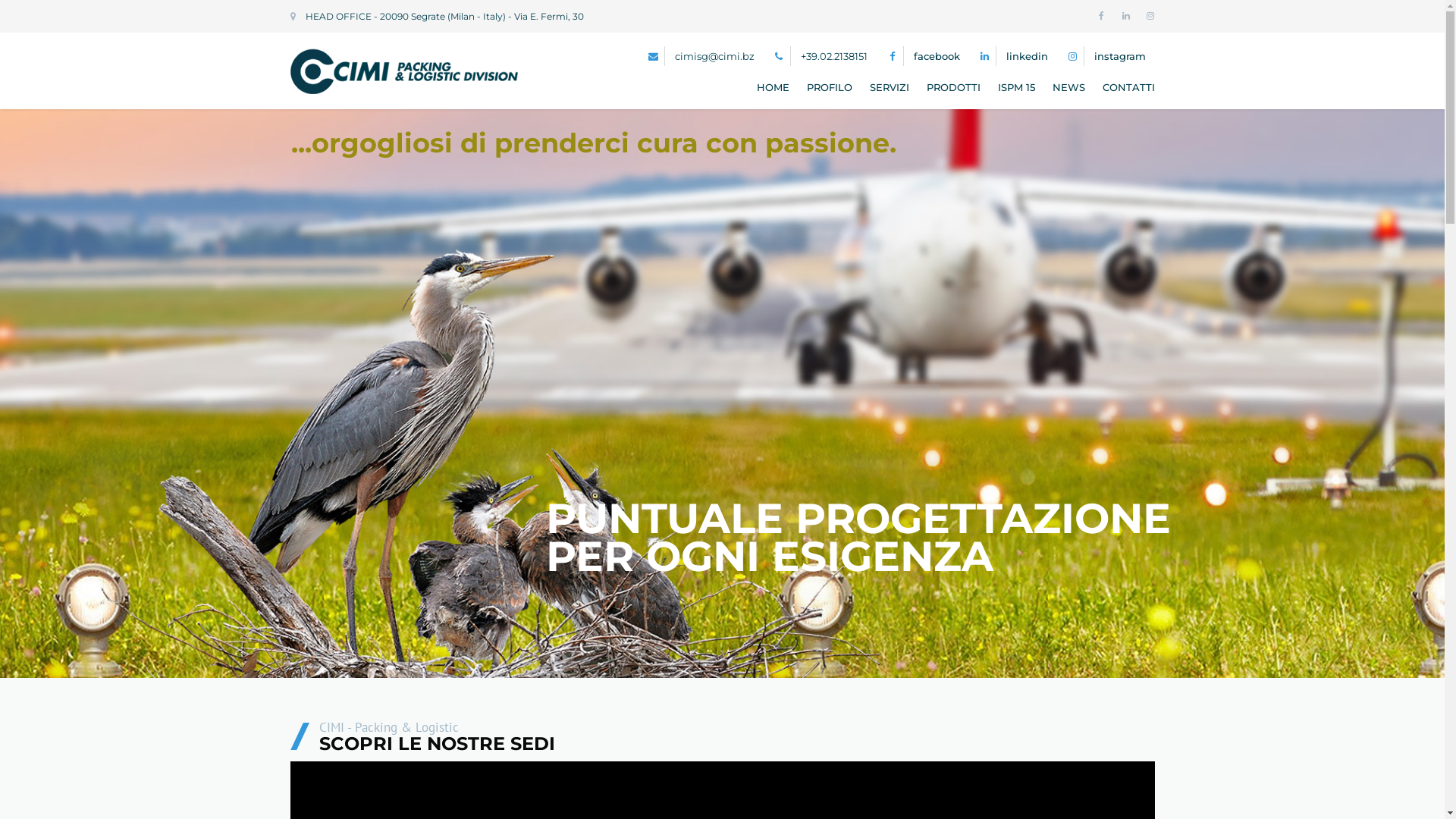  What do you see at coordinates (1026, 55) in the screenshot?
I see `'linkedin'` at bounding box center [1026, 55].